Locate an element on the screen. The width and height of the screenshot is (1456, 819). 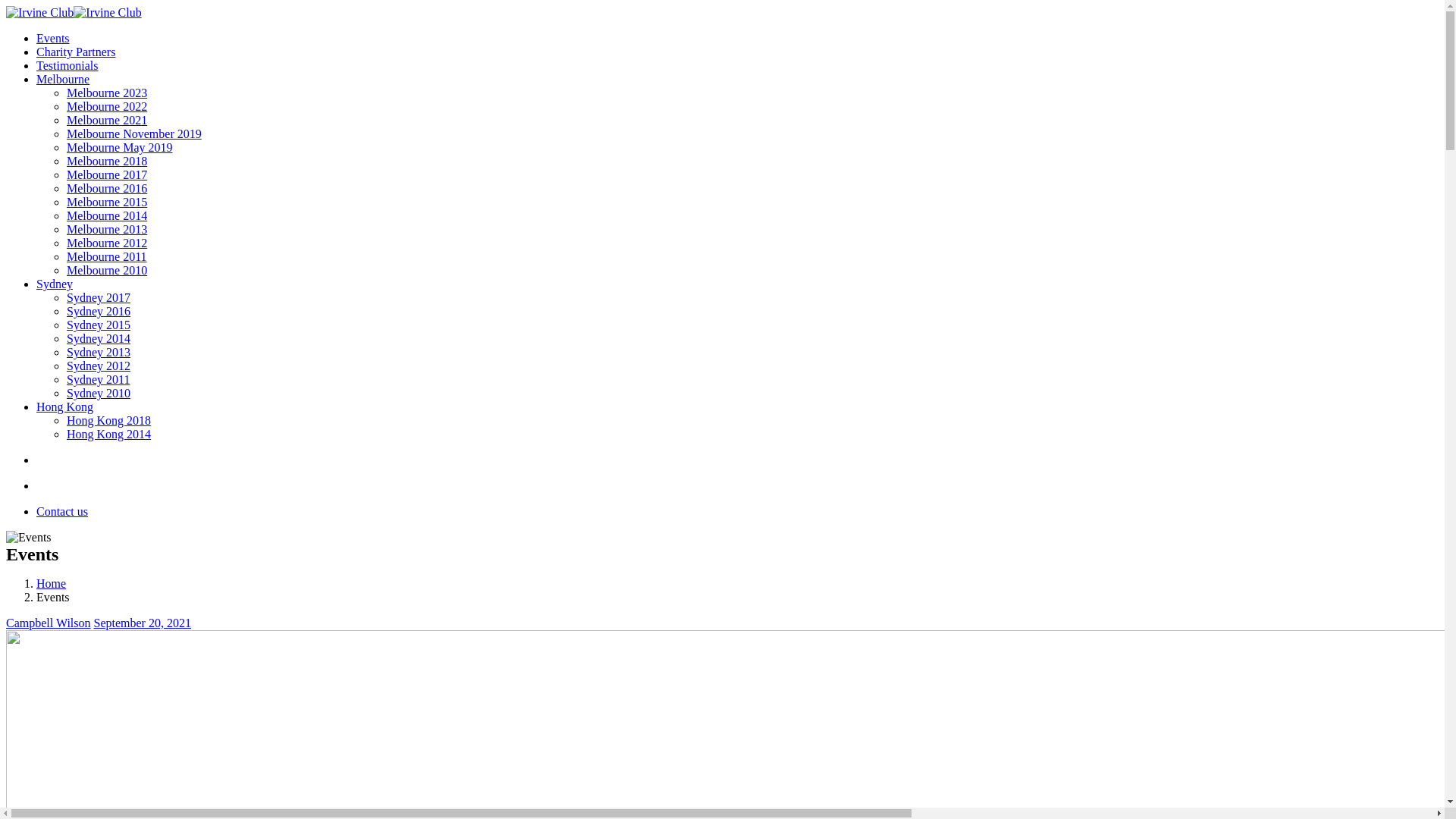
'Melbourne 2023' is located at coordinates (105, 93).